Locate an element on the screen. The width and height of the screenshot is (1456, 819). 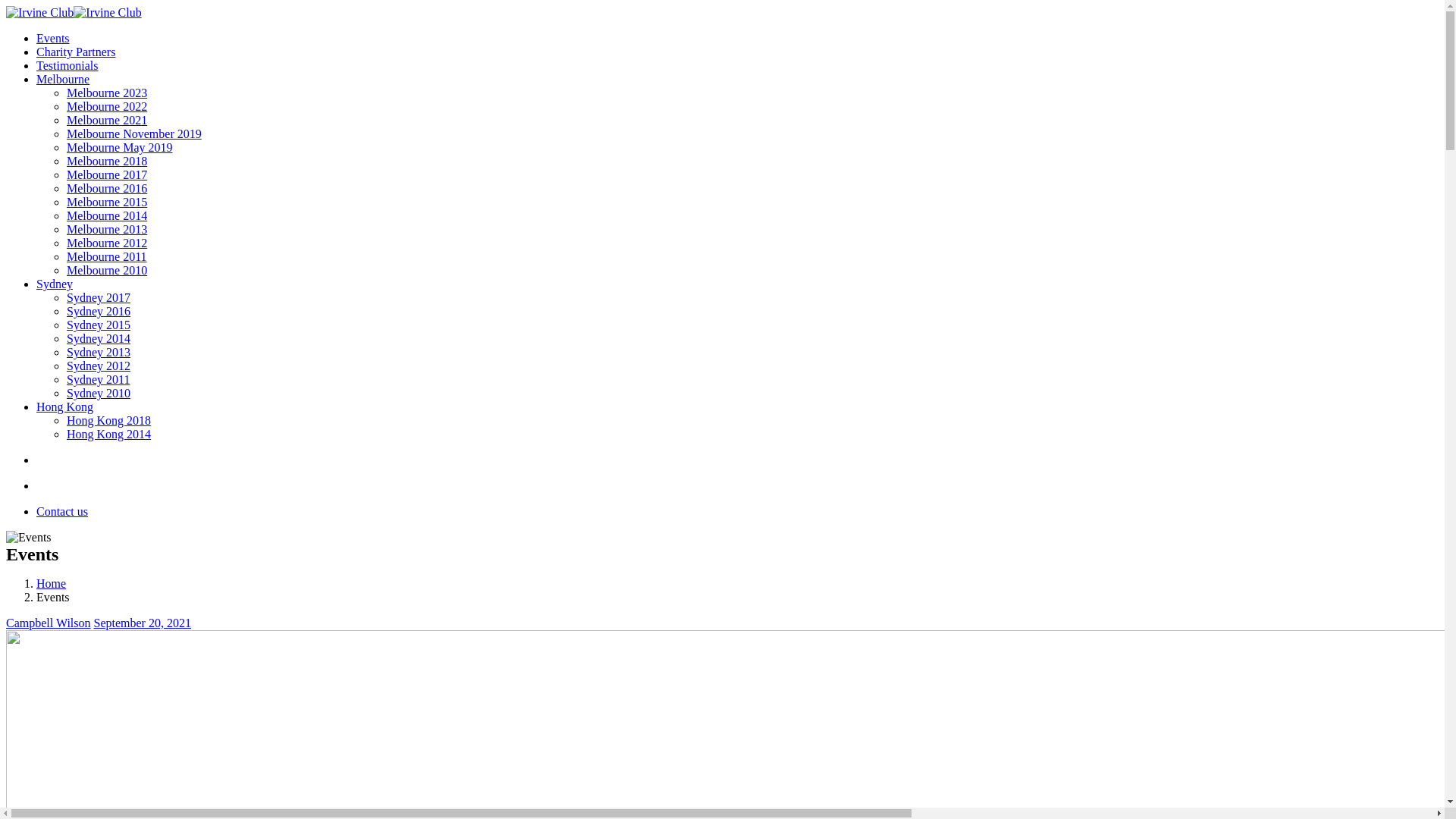
'Melbourne 2023' is located at coordinates (105, 93).